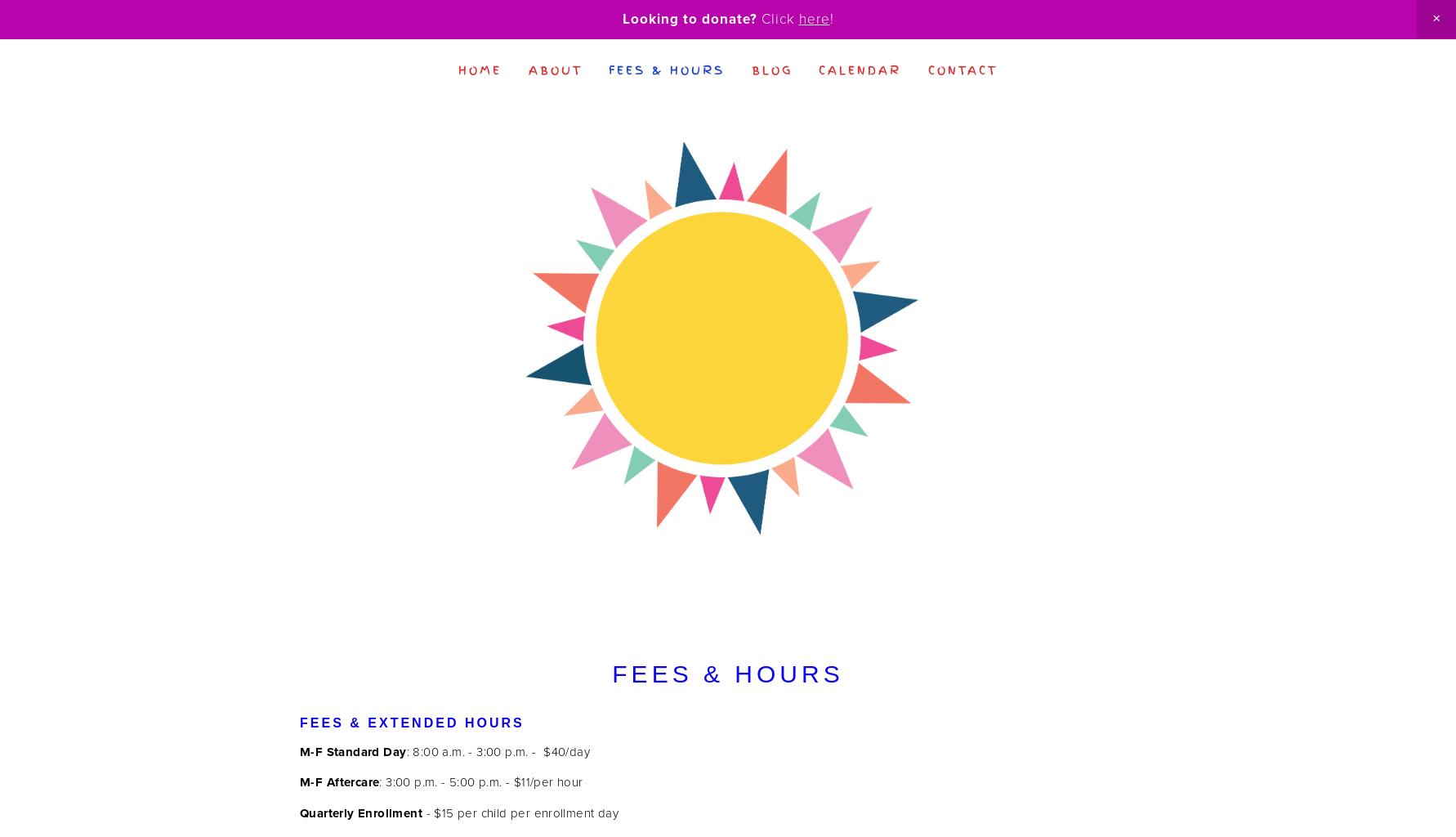 This screenshot has width=1456, height=837. What do you see at coordinates (690, 18) in the screenshot?
I see `'Looking to donate?'` at bounding box center [690, 18].